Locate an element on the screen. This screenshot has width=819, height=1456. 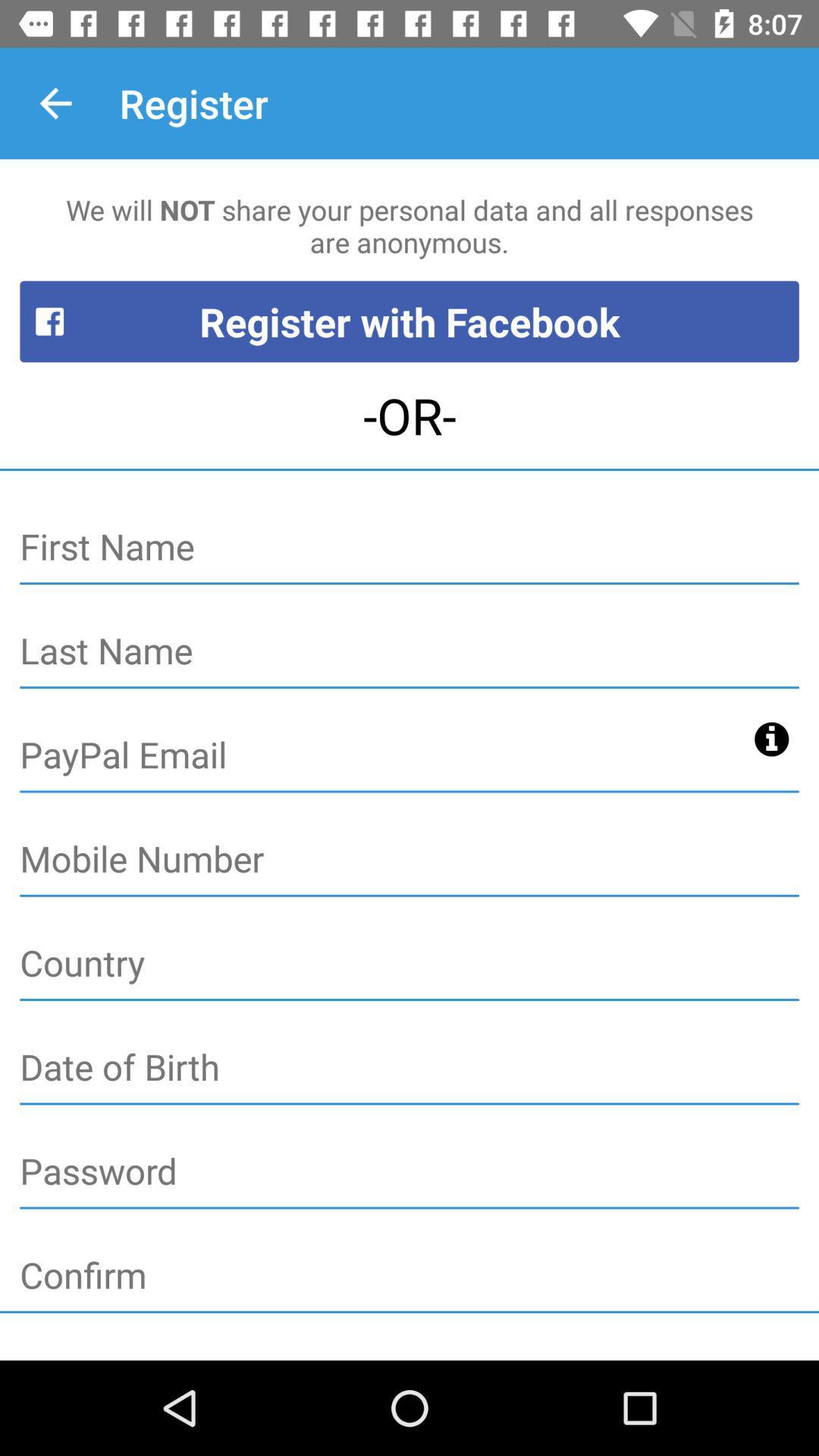
first name is located at coordinates (409, 547).